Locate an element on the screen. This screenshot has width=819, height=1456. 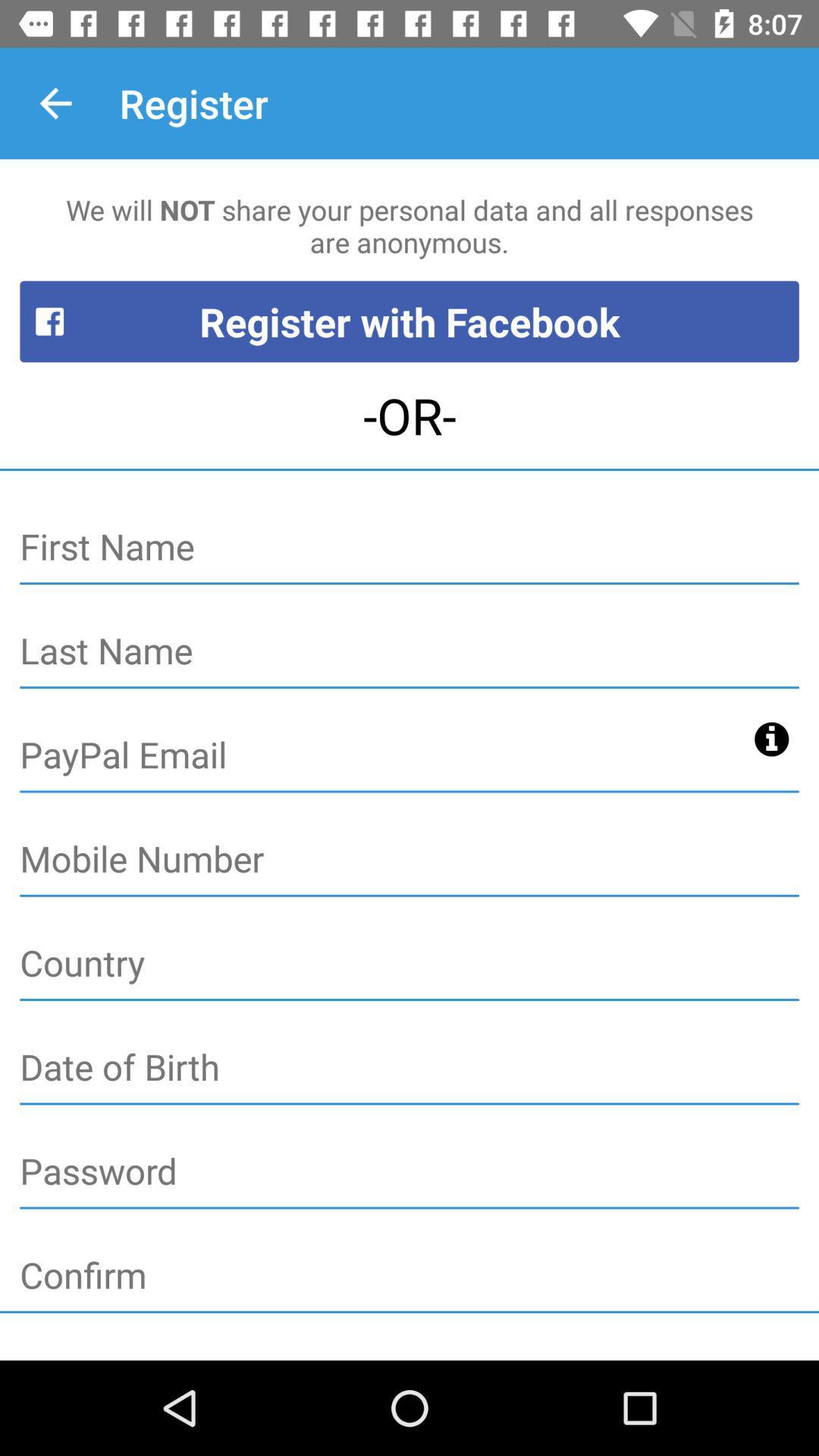
first name is located at coordinates (409, 547).